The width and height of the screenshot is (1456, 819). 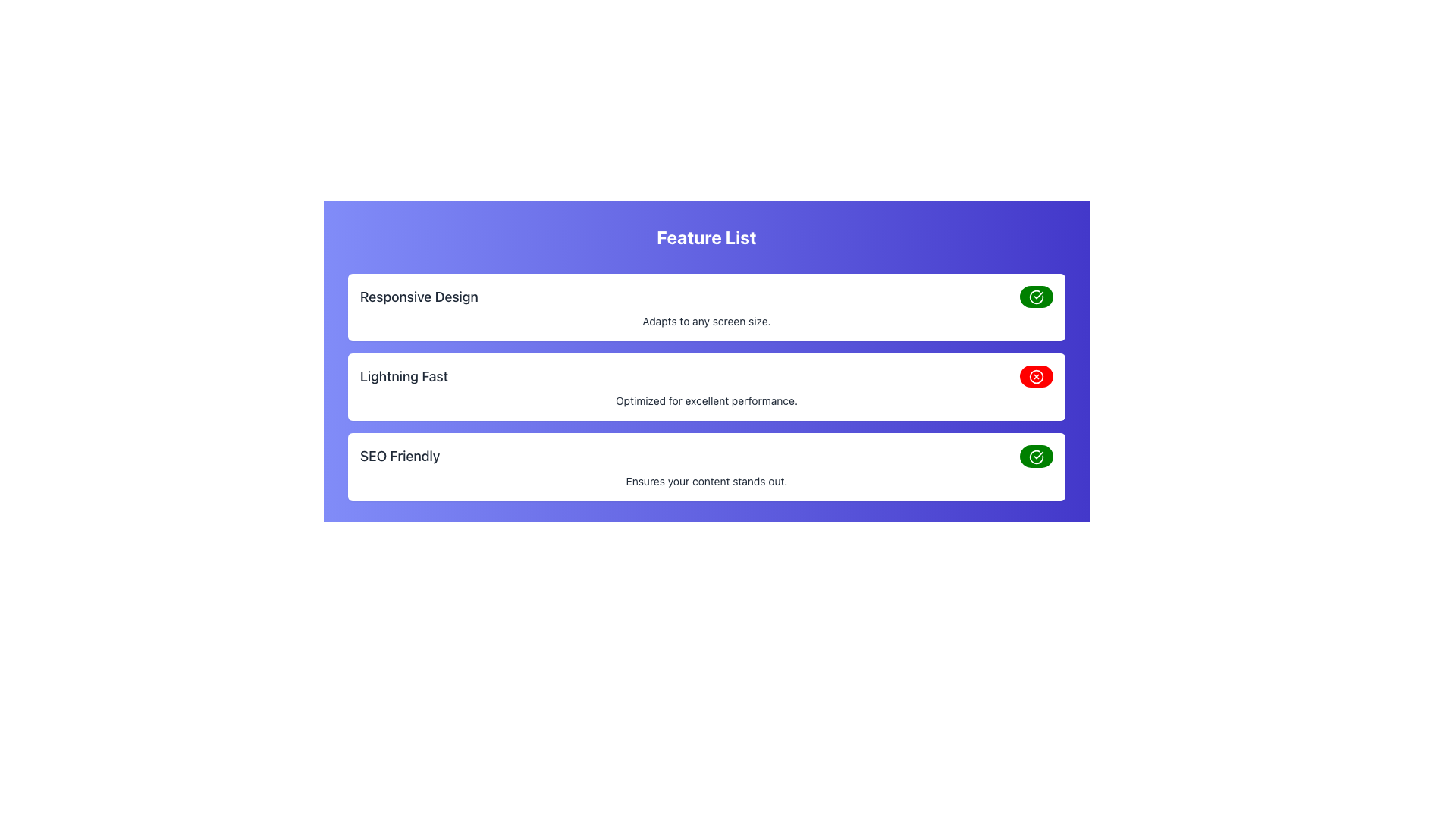 What do you see at coordinates (1036, 375) in the screenshot?
I see `the interactive button indicating an inactive state located to the right of the text 'Lightning Fast' in the middle row of the feature list` at bounding box center [1036, 375].